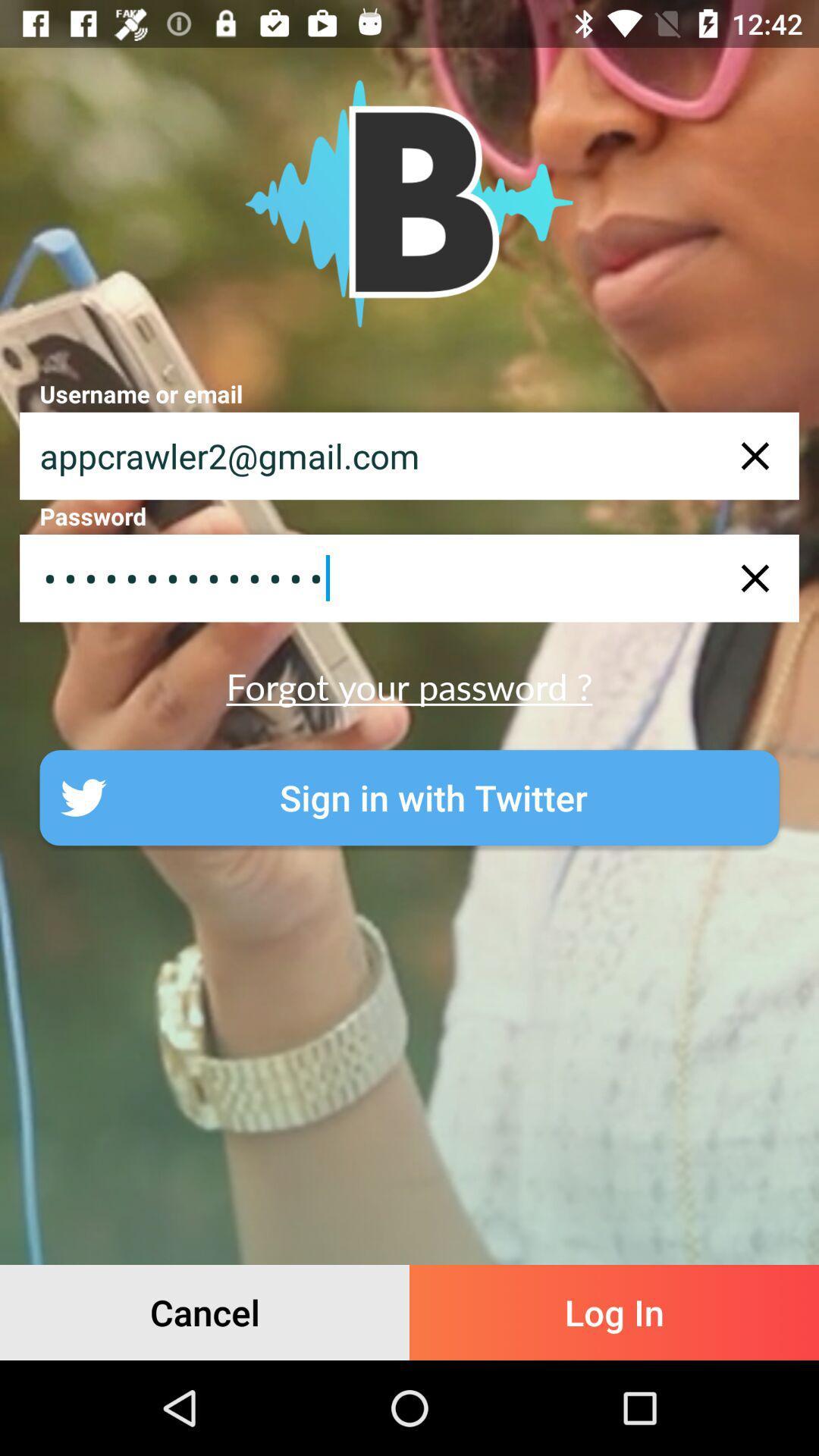  I want to click on the sign in with, so click(409, 797).